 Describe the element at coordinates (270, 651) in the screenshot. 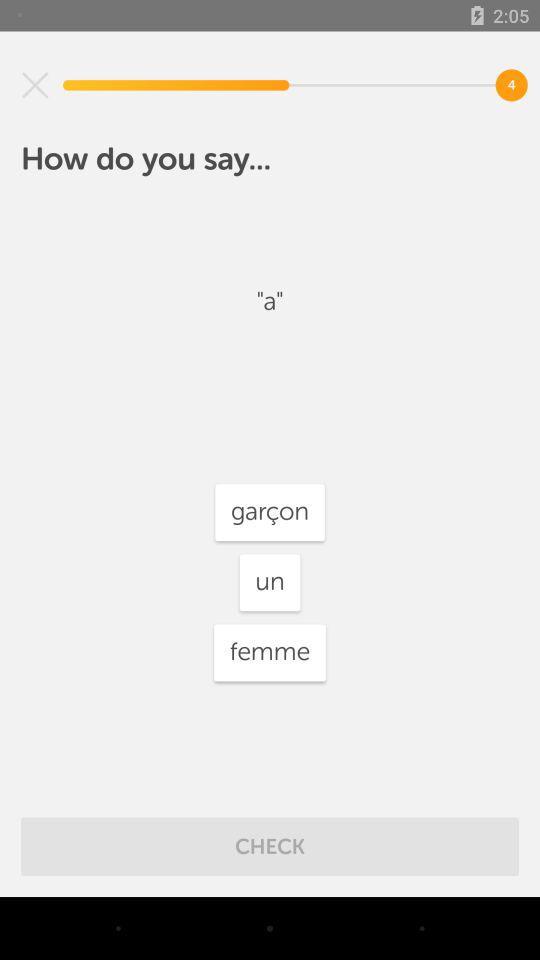

I see `the femme icon` at that location.